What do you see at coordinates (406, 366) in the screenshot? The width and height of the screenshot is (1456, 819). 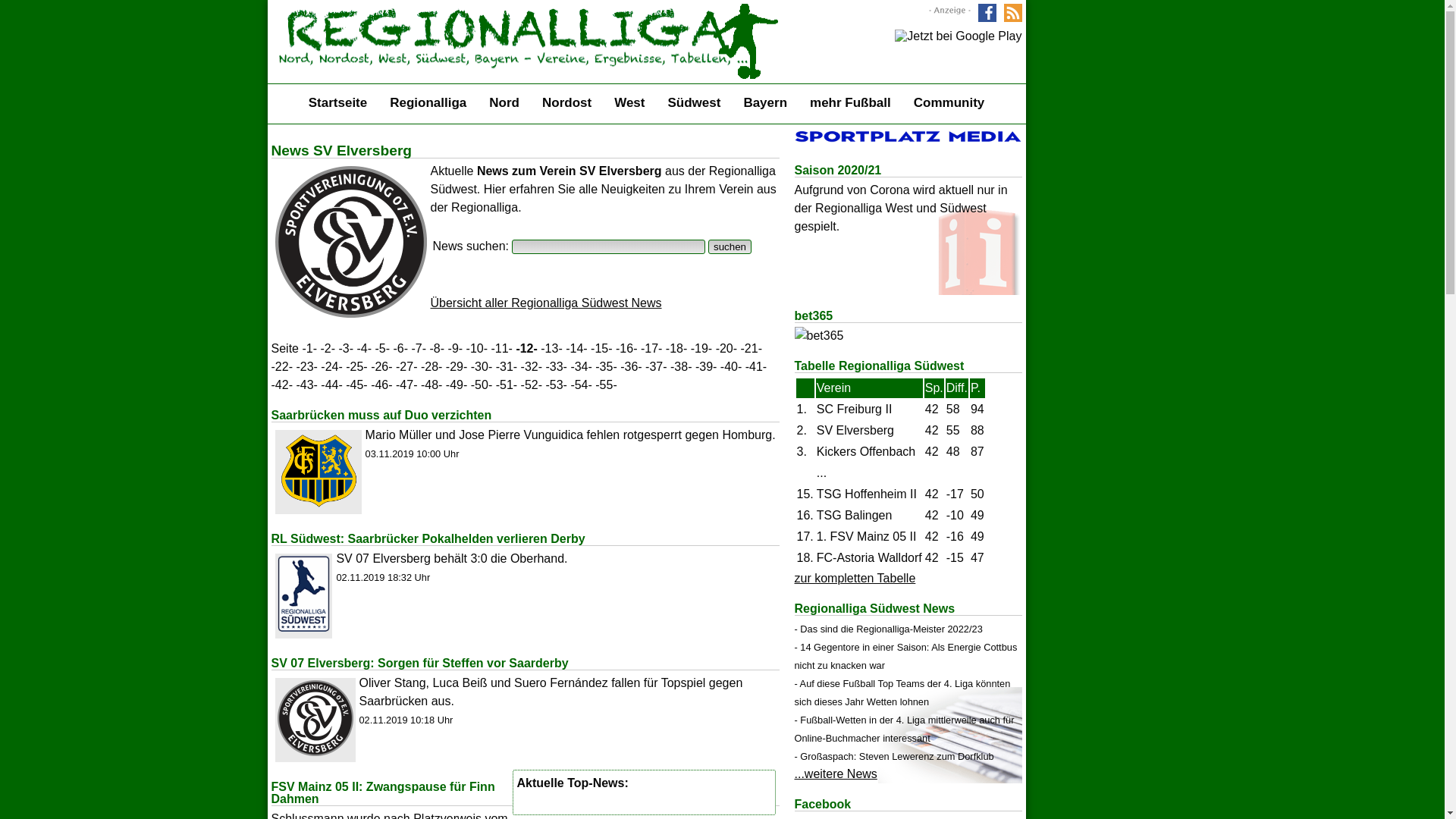 I see `'-27-'` at bounding box center [406, 366].